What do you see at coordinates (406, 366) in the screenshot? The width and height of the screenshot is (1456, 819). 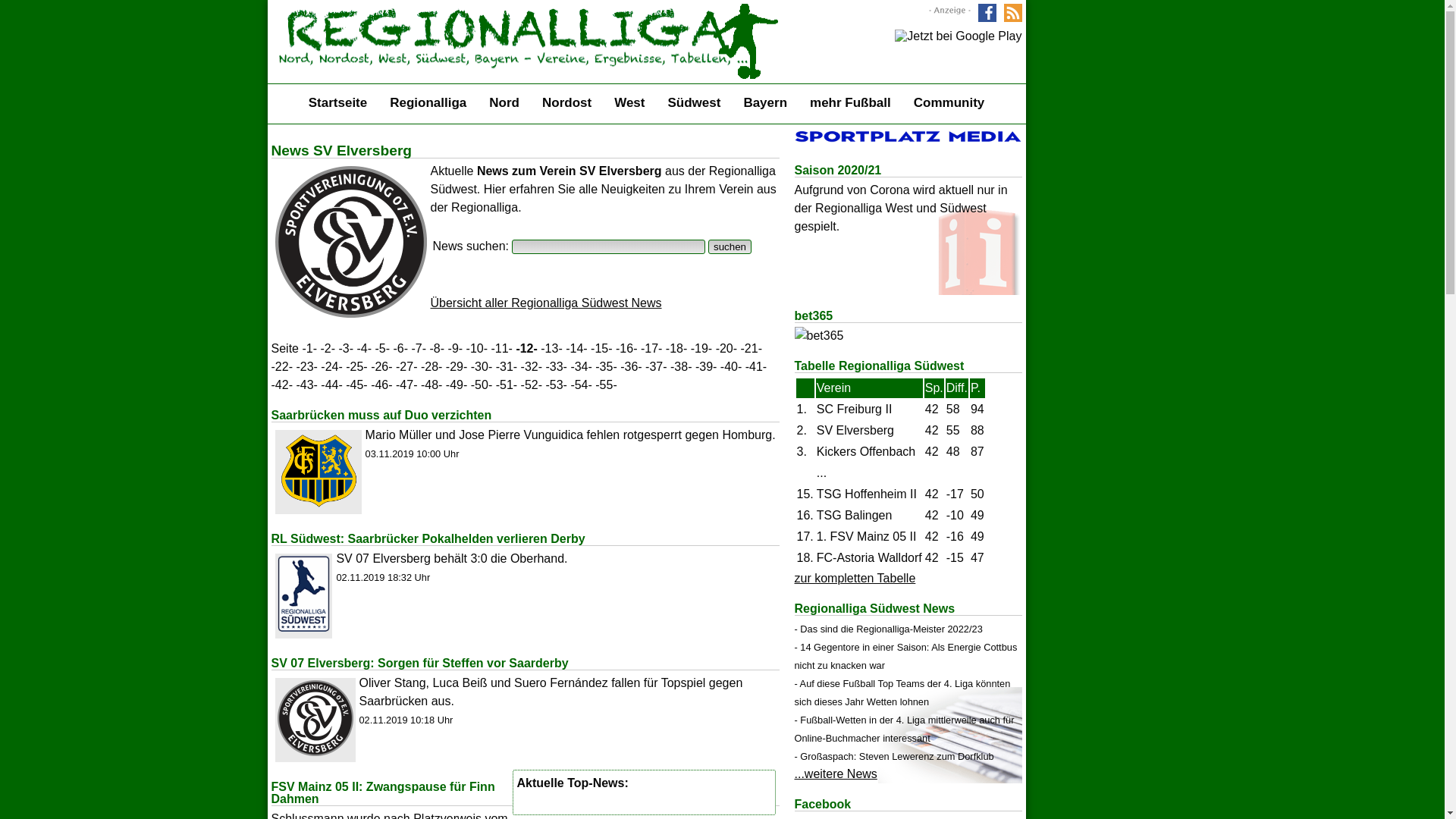 I see `'-27-'` at bounding box center [406, 366].